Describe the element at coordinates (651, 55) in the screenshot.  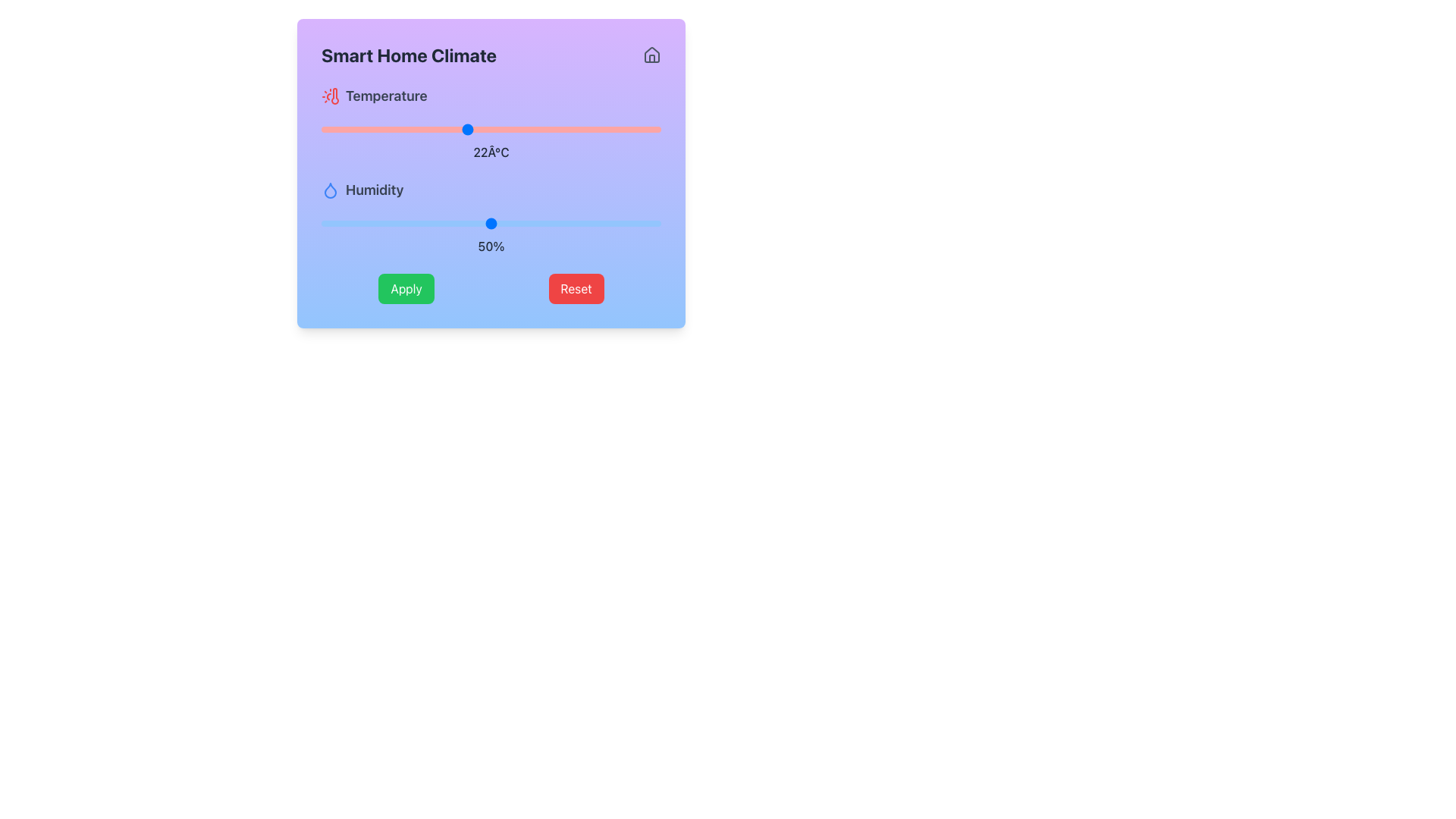
I see `the house icon located in the upper-right corner next to the title text 'Smart Home Climate'` at that location.